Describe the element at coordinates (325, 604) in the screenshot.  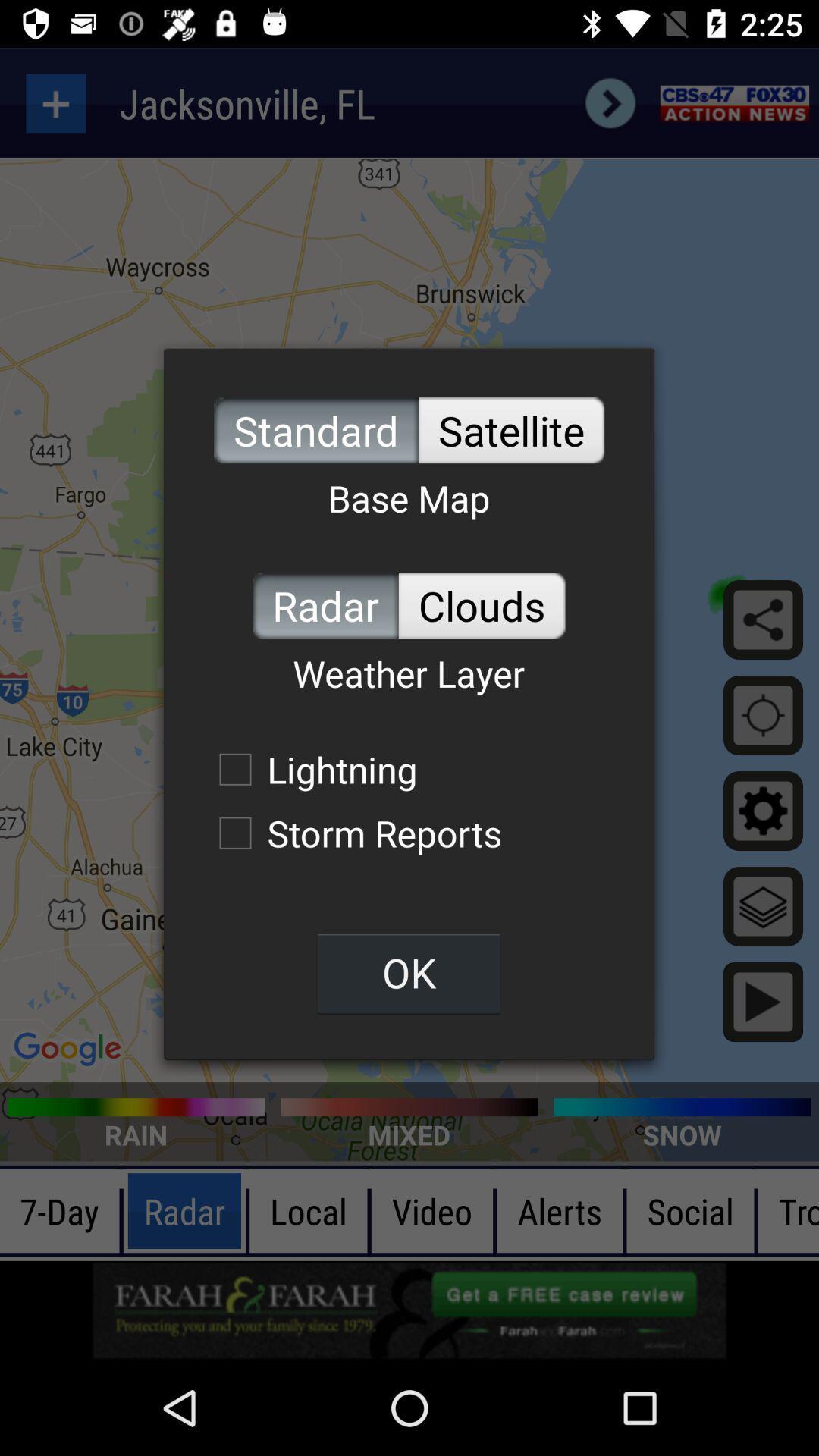
I see `the radar icon` at that location.